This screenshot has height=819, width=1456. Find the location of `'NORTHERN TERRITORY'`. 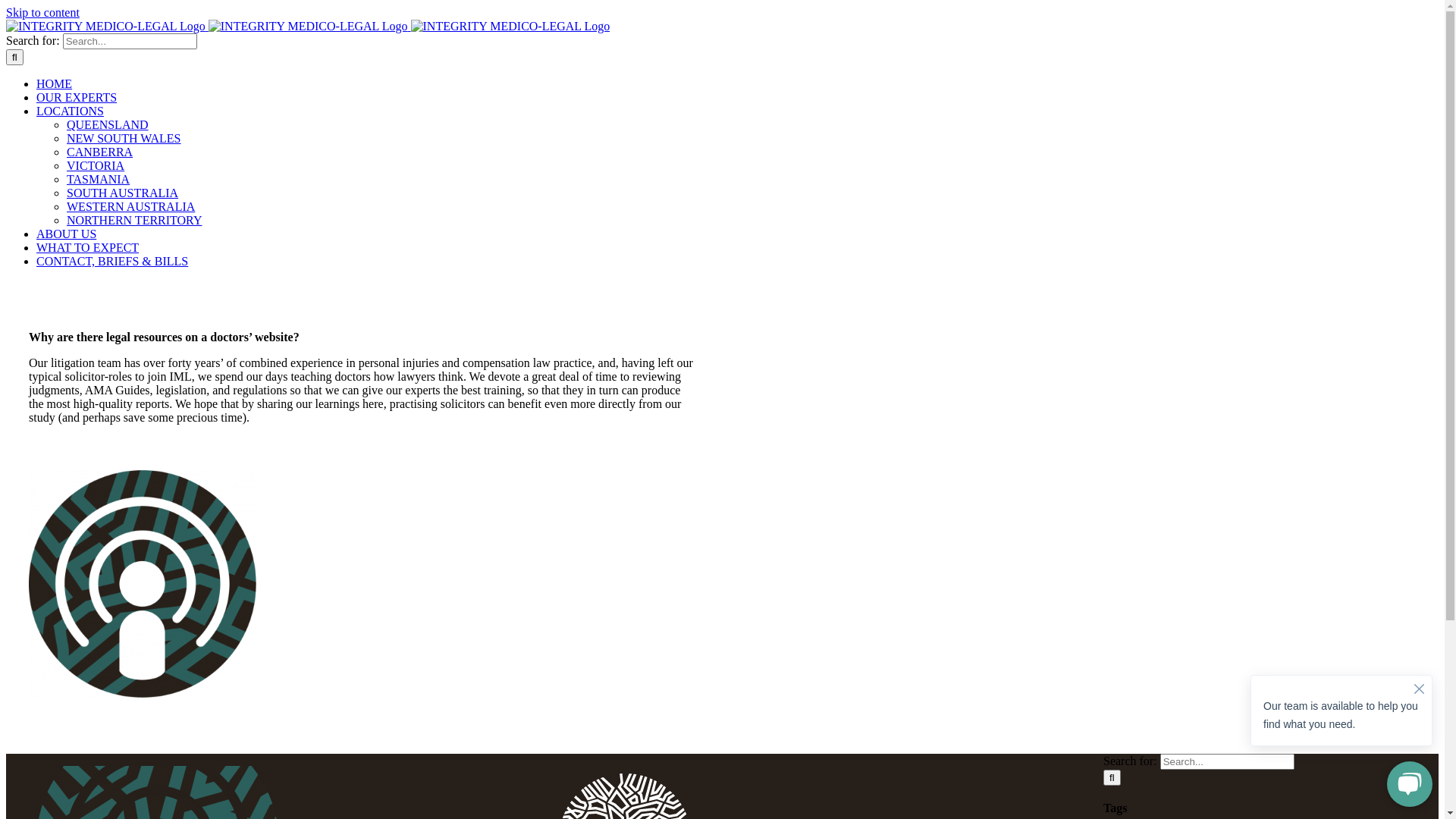

'NORTHERN TERRITORY' is located at coordinates (134, 220).